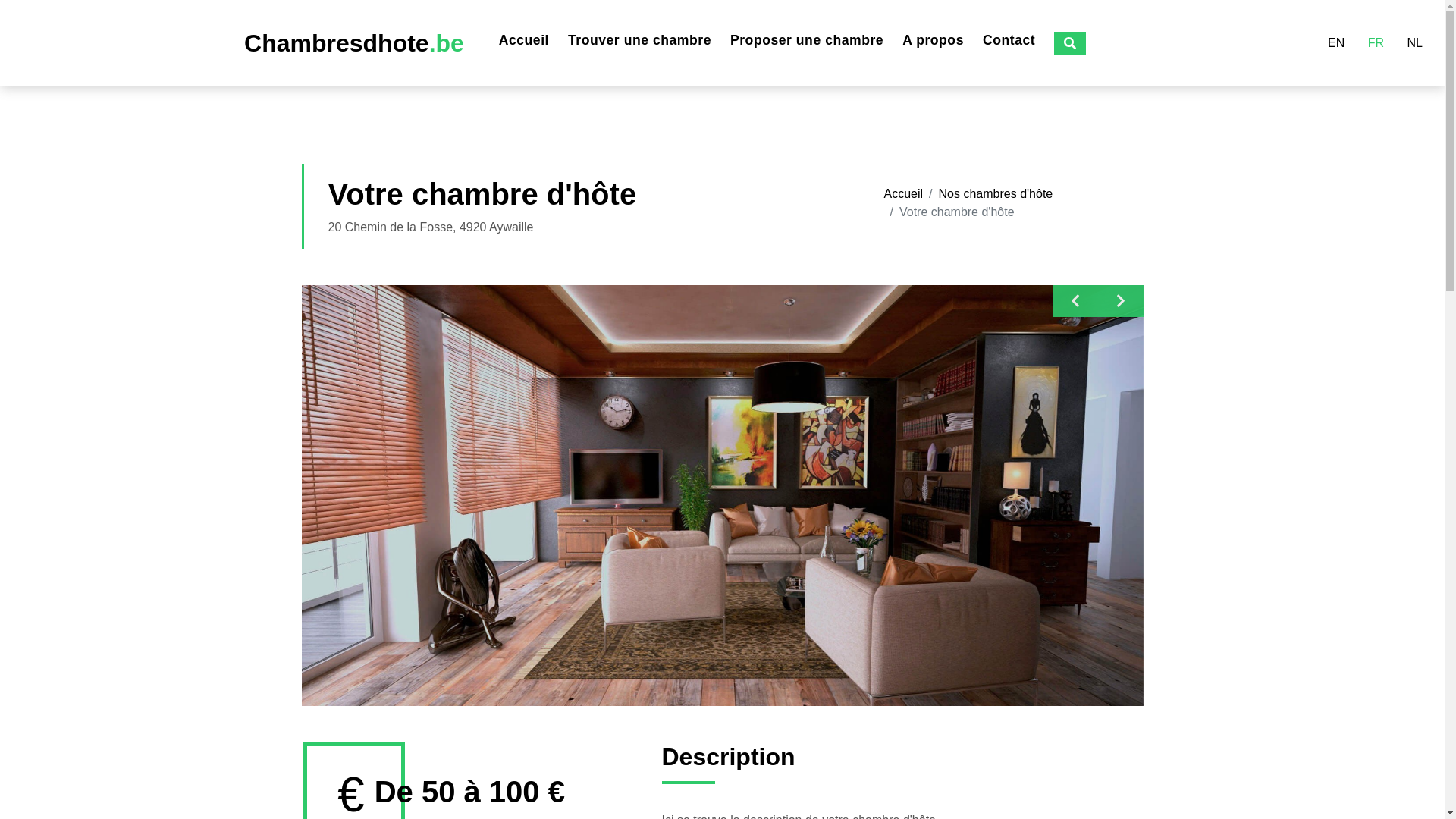  What do you see at coordinates (903, 193) in the screenshot?
I see `'Accueil'` at bounding box center [903, 193].